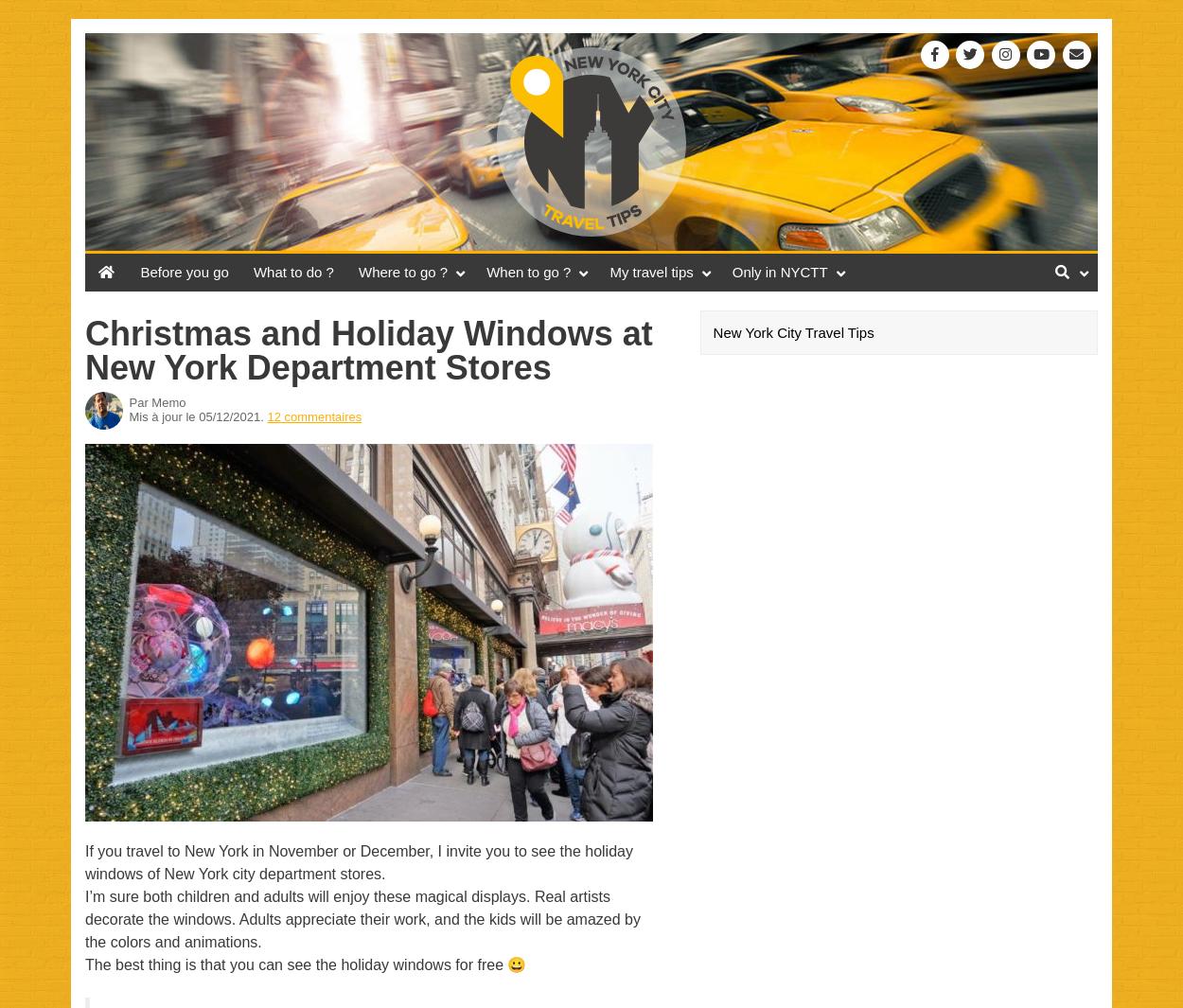  I want to click on '08/29/2018 at 5:34 am', so click(246, 974).